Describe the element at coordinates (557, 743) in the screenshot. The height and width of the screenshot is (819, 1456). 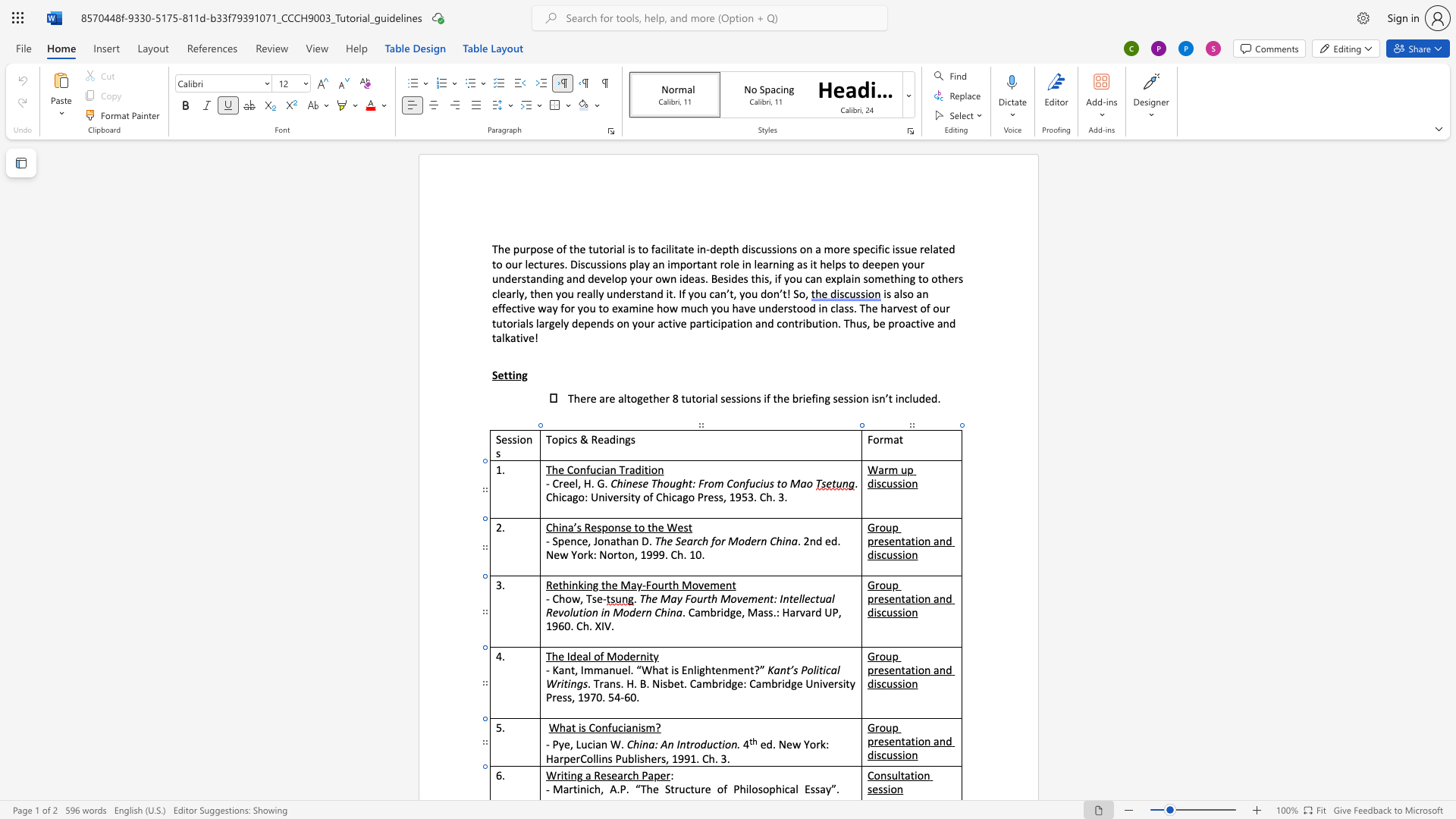
I see `the space between the continuous character "P" and "y" in the text` at that location.